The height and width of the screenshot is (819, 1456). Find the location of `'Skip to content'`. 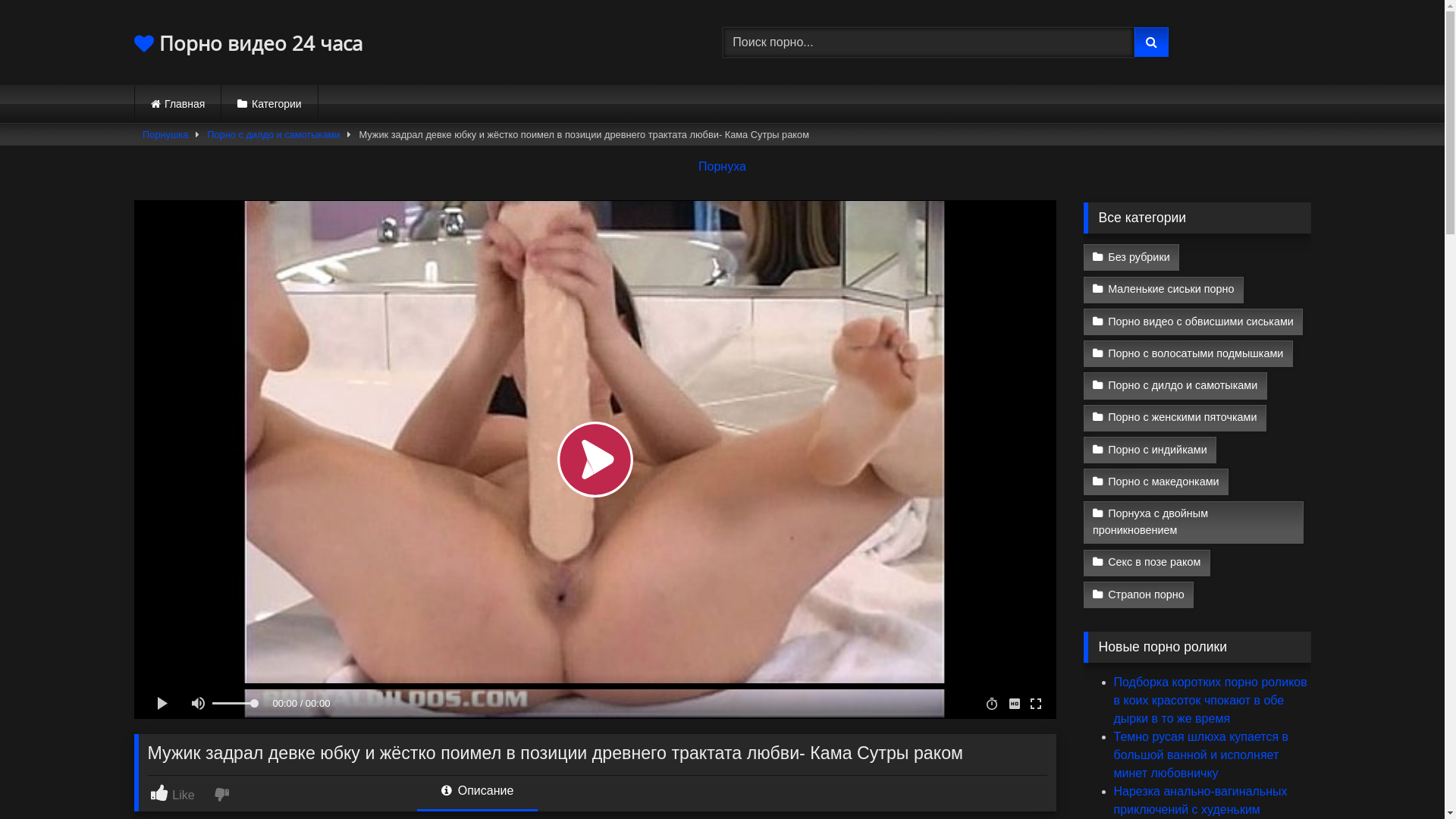

'Skip to content' is located at coordinates (0, 0).